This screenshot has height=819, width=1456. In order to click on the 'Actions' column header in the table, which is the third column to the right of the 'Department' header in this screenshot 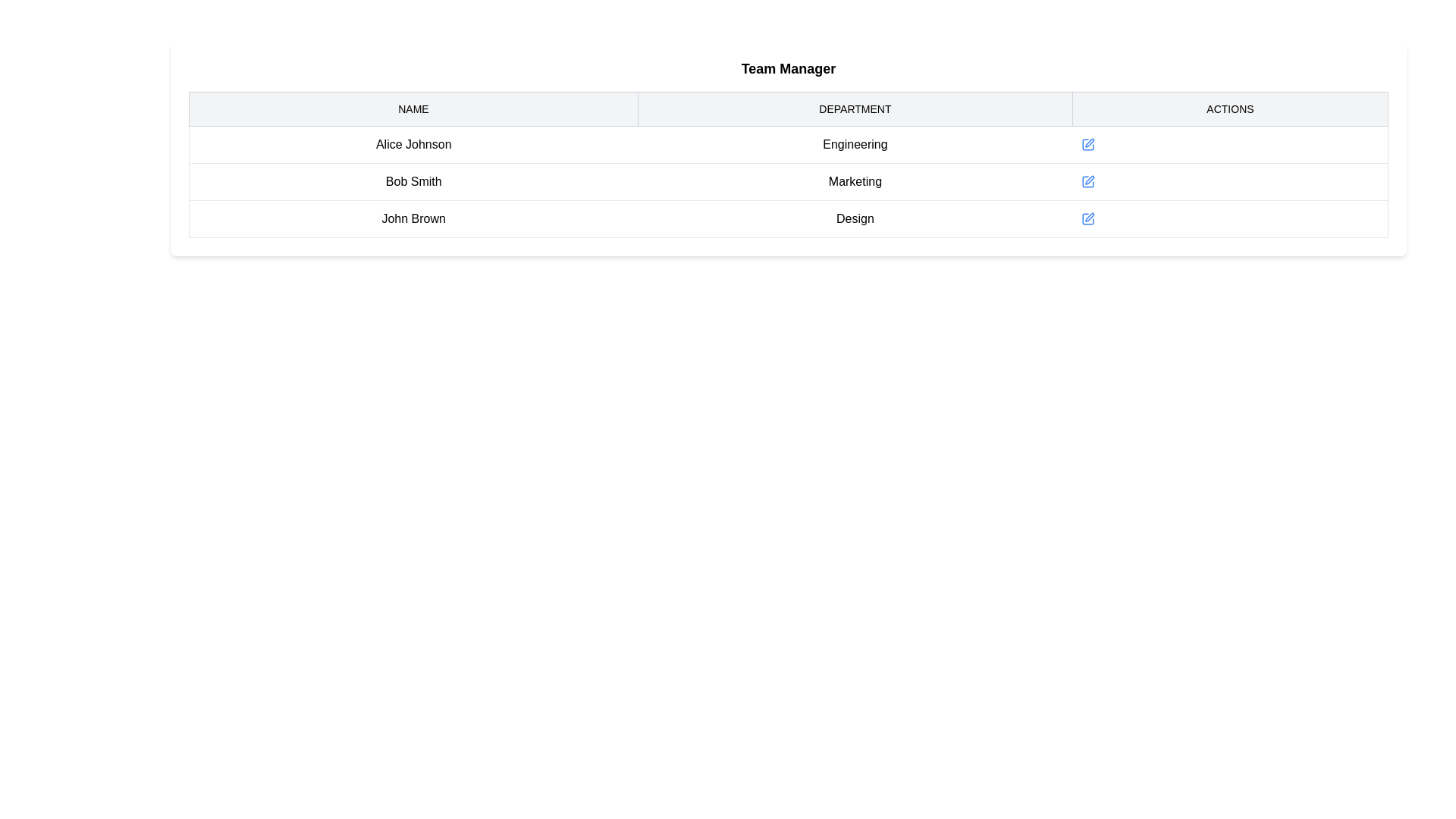, I will do `click(1230, 108)`.